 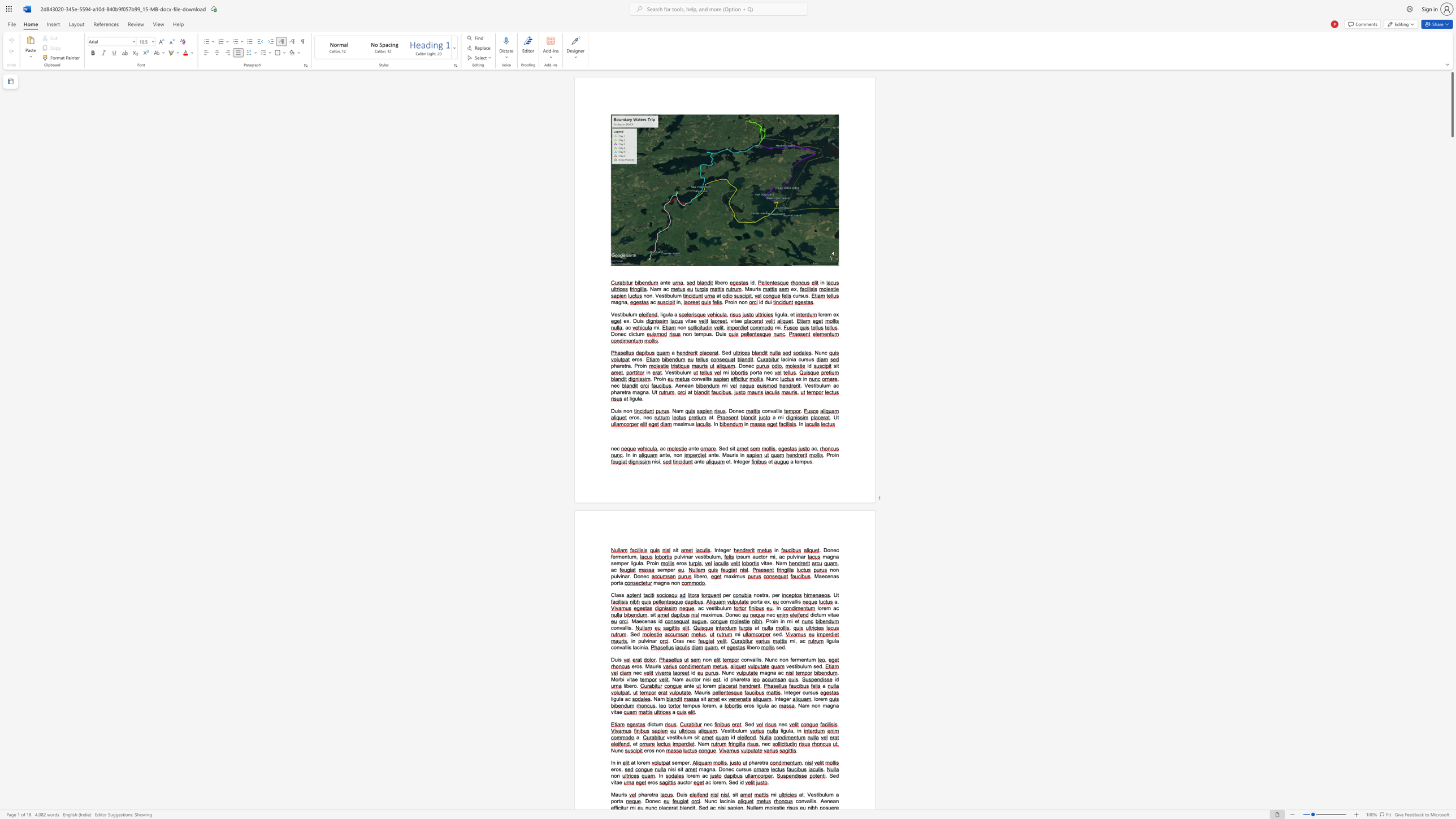 What do you see at coordinates (762, 763) in the screenshot?
I see `the 1th character "t" in the text` at bounding box center [762, 763].